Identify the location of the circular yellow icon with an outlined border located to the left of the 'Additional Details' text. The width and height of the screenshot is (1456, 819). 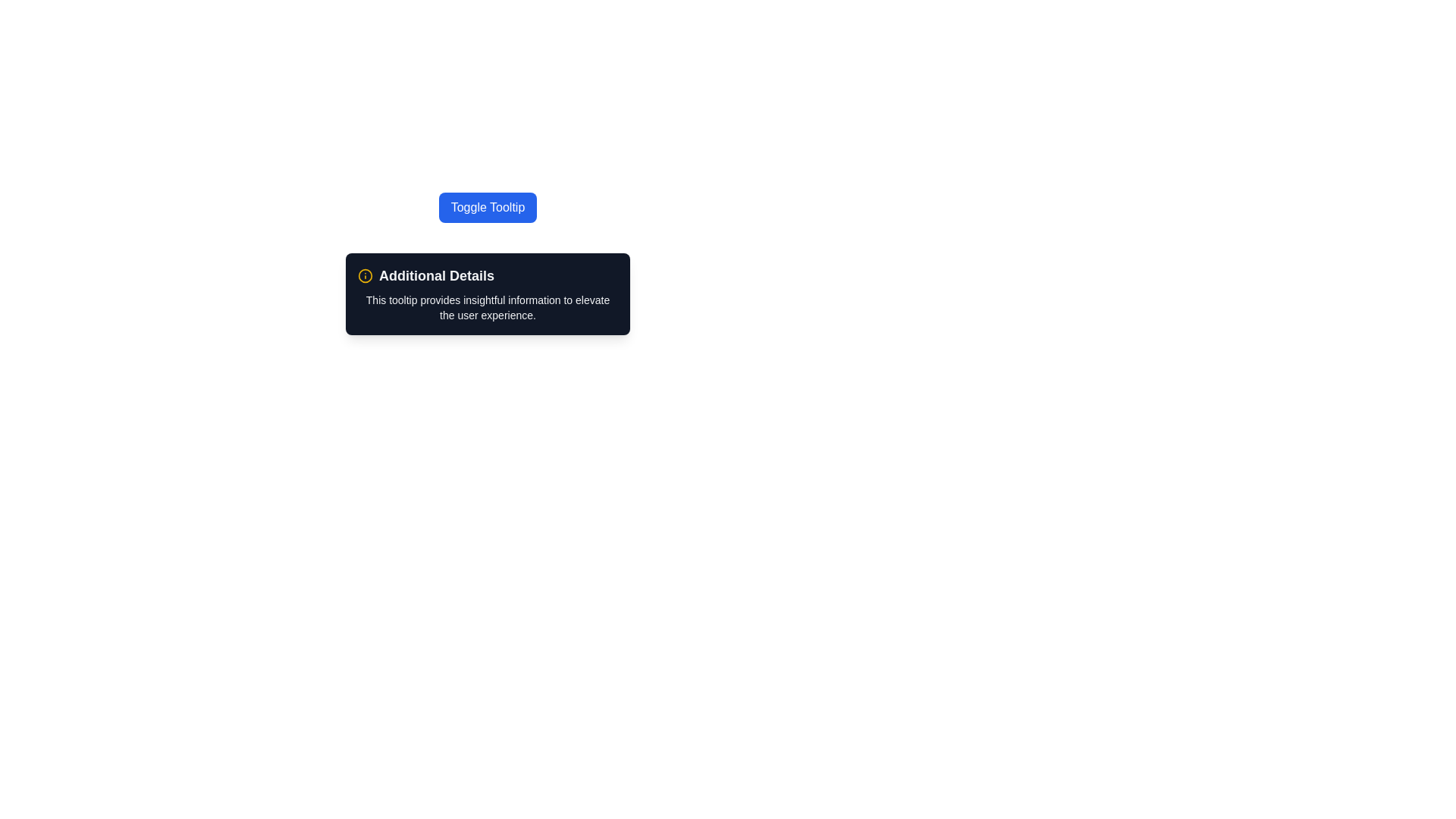
(365, 275).